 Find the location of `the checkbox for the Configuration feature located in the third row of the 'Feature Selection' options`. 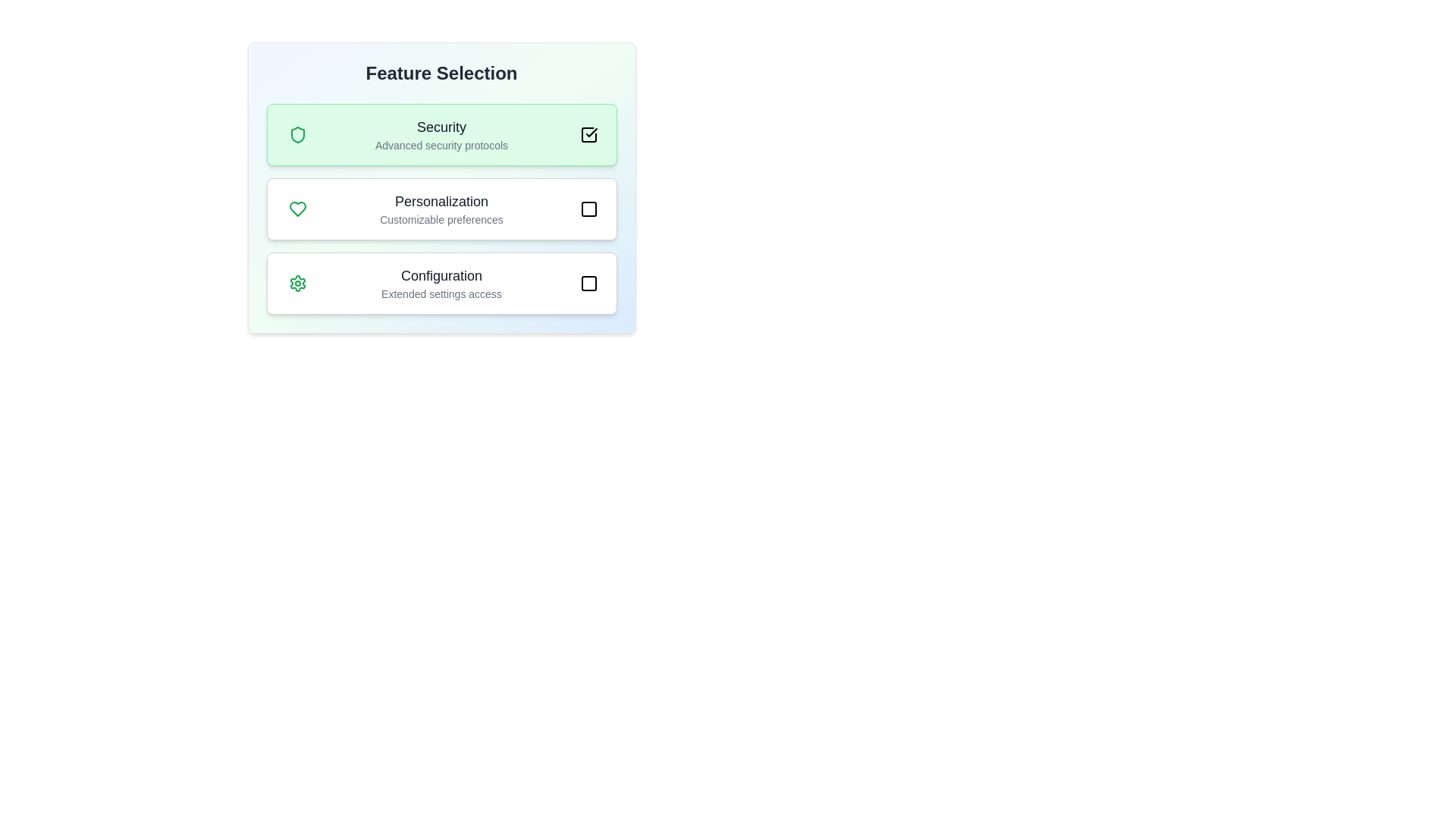

the checkbox for the Configuration feature located in the third row of the 'Feature Selection' options is located at coordinates (588, 284).